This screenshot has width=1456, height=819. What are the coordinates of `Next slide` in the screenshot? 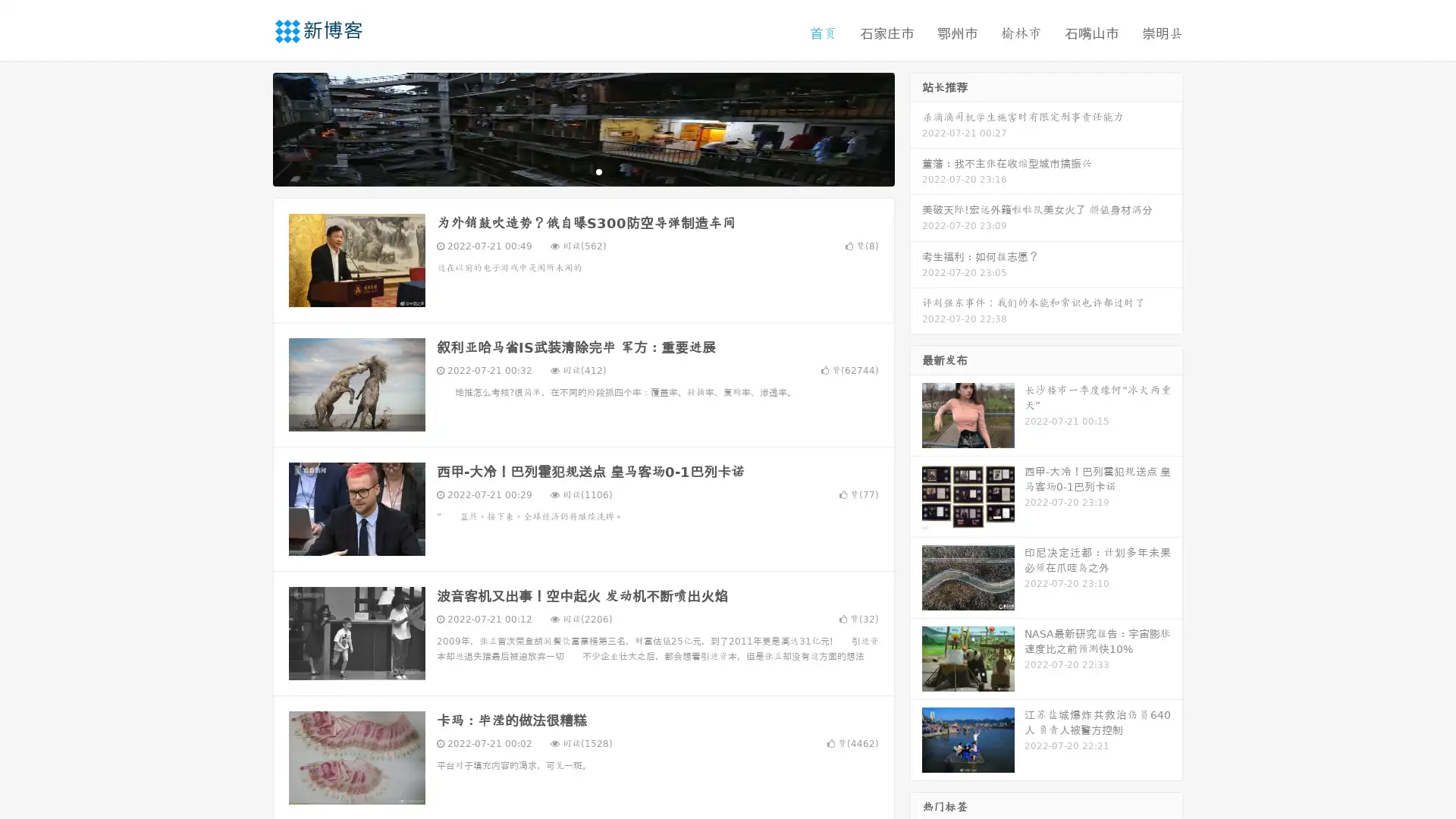 It's located at (916, 127).